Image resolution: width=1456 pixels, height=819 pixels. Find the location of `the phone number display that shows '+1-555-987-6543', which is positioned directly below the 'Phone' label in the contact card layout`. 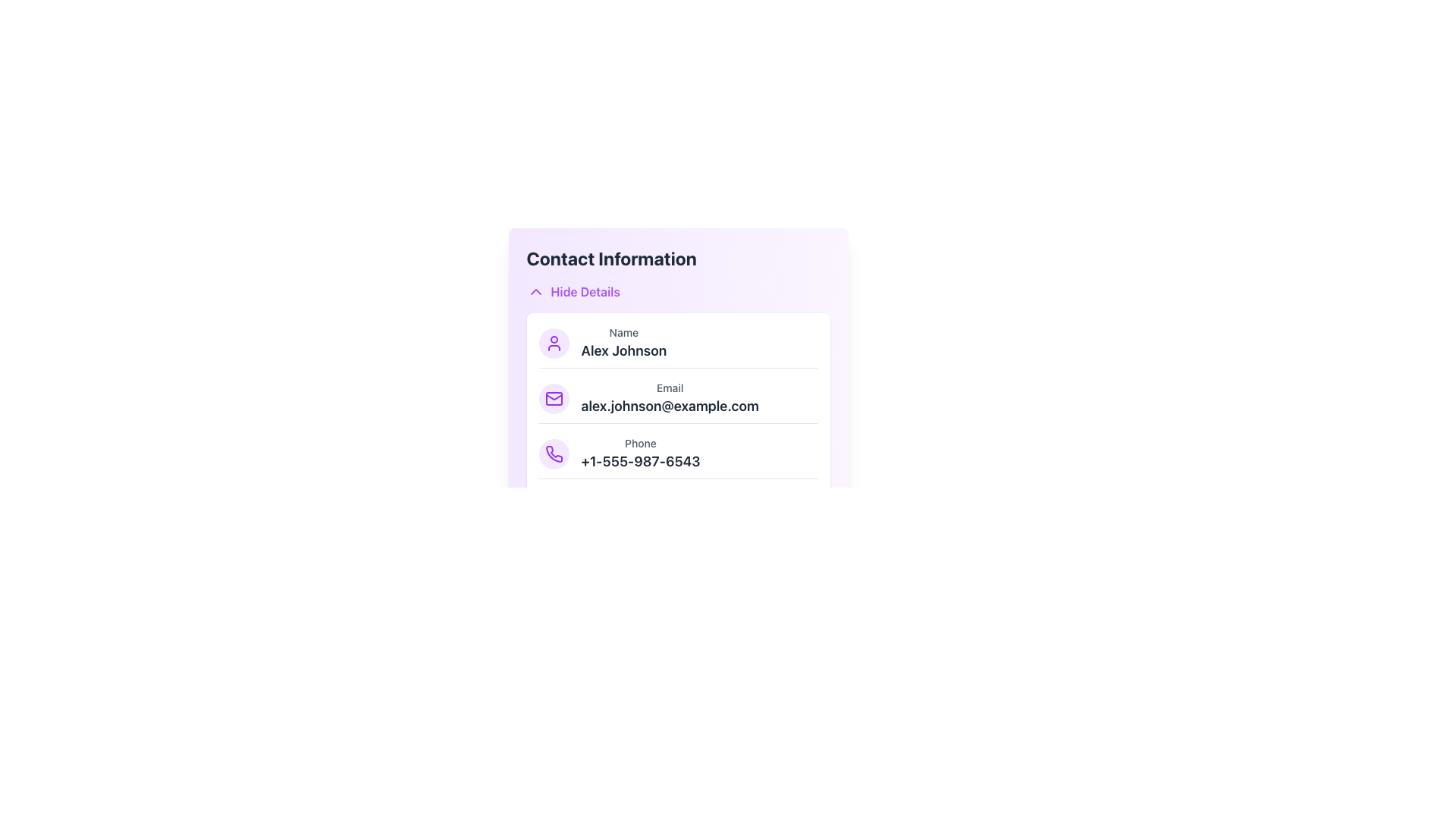

the phone number display that shows '+1-555-987-6543', which is positioned directly below the 'Phone' label in the contact card layout is located at coordinates (640, 461).